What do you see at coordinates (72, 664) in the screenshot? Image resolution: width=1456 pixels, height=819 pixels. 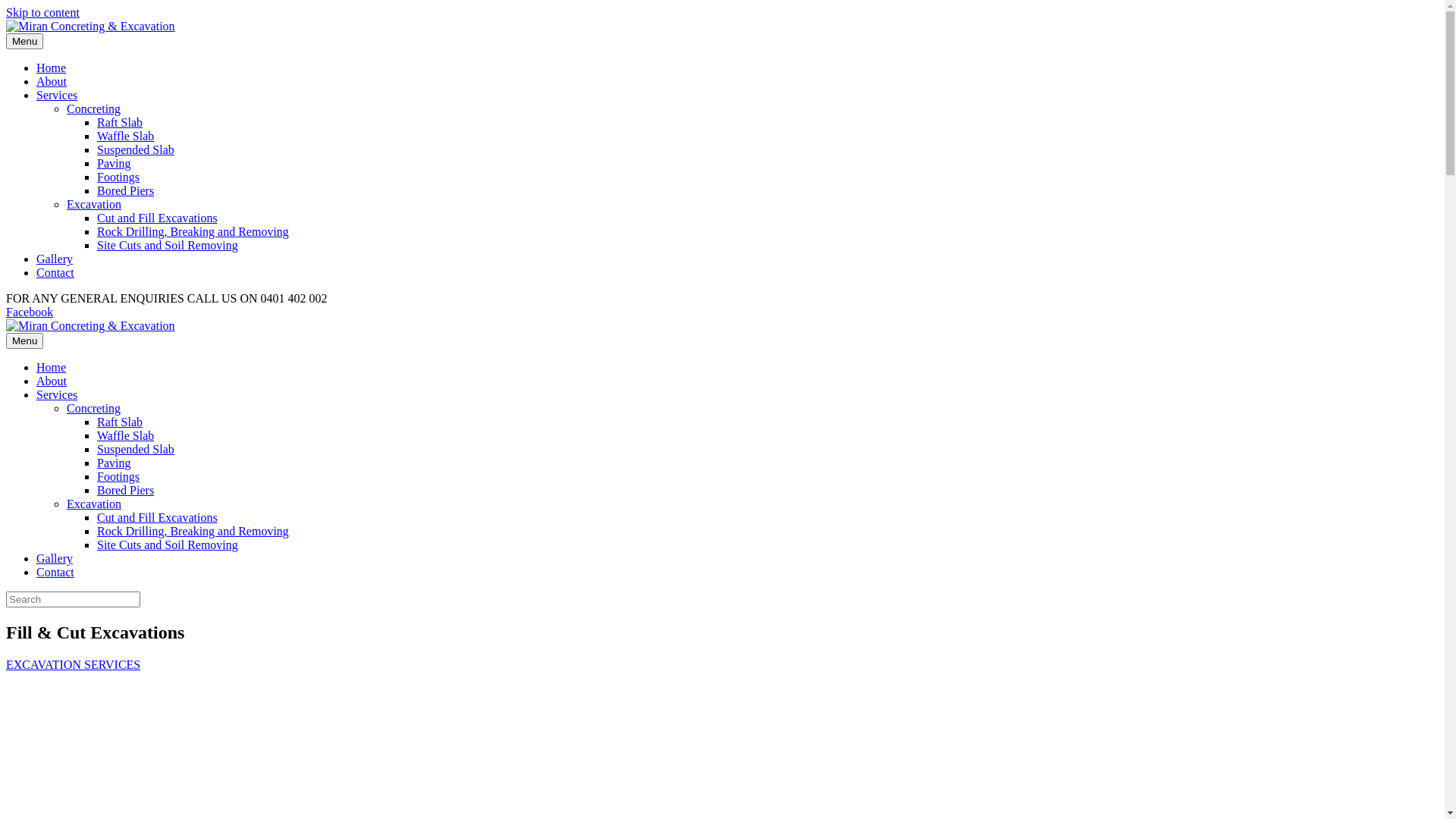 I see `'EXCAVATION SERVICES'` at bounding box center [72, 664].